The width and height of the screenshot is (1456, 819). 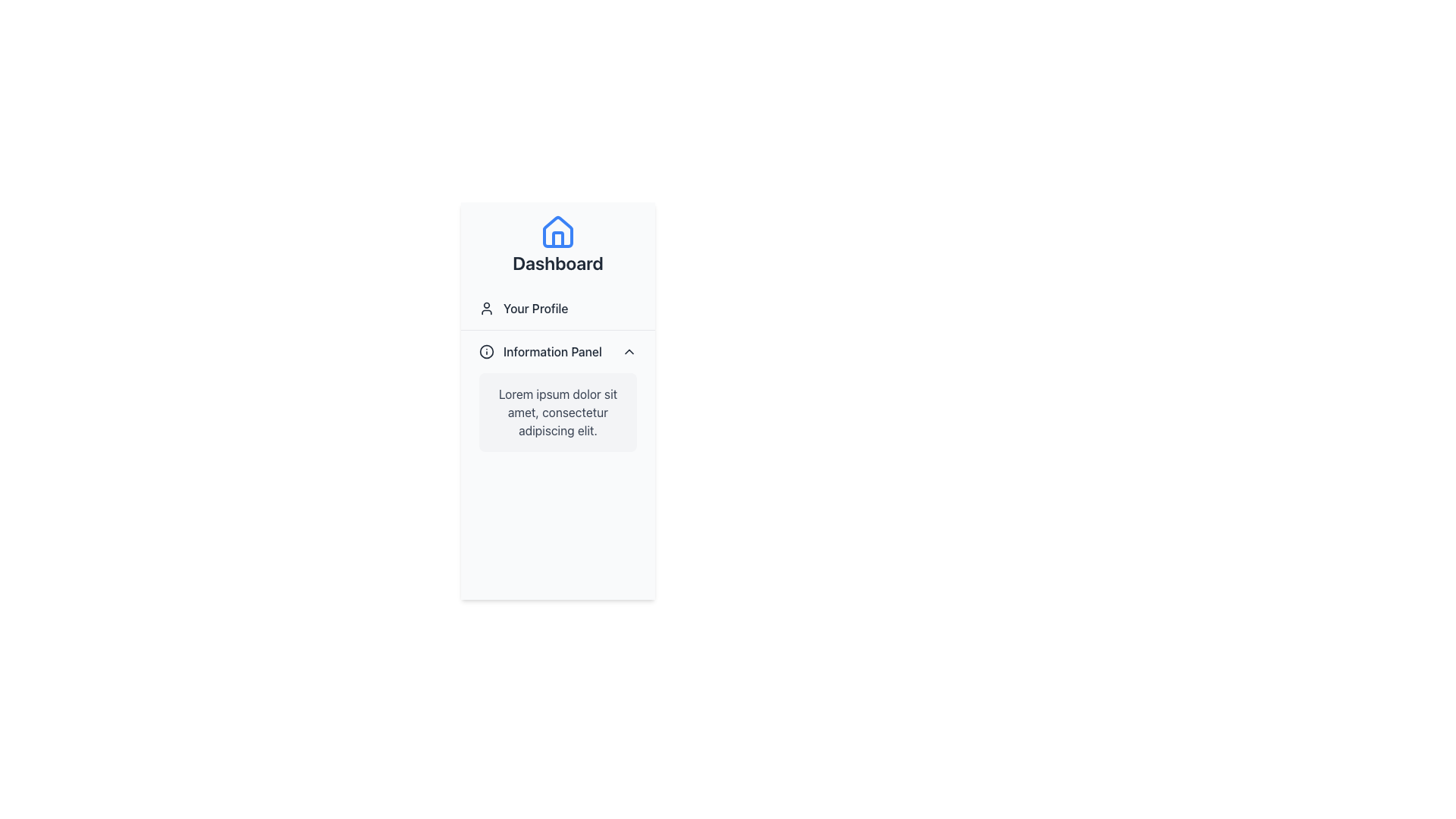 I want to click on the 'Information Panel' text label, so click(x=552, y=351).